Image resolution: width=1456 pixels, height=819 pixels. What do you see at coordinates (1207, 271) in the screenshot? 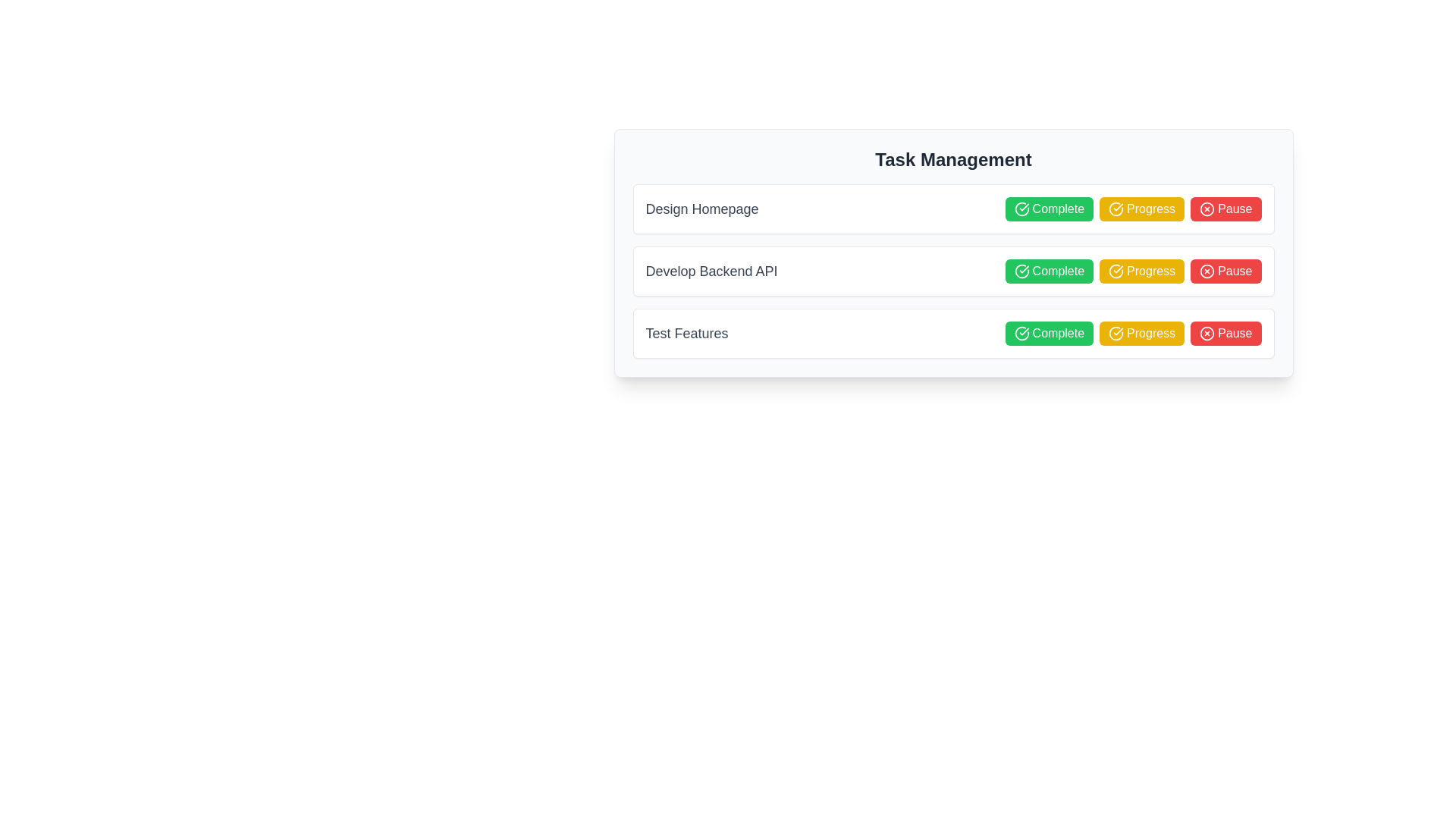
I see `the 'Pause' icon located in the rightmost segment of the button group in the bottom task row for task management` at bounding box center [1207, 271].